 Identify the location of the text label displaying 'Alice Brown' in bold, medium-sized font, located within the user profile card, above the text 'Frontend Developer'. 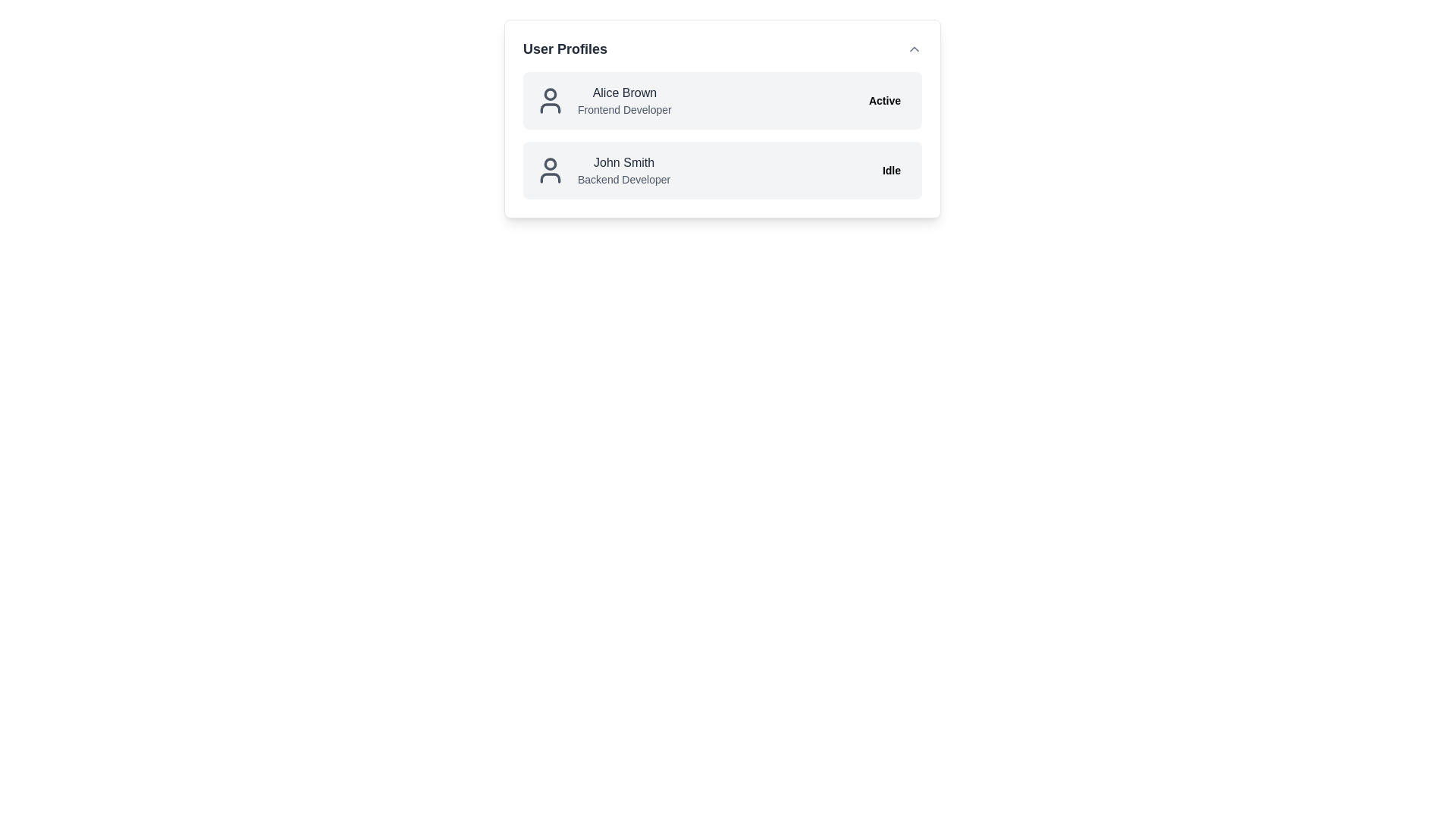
(624, 93).